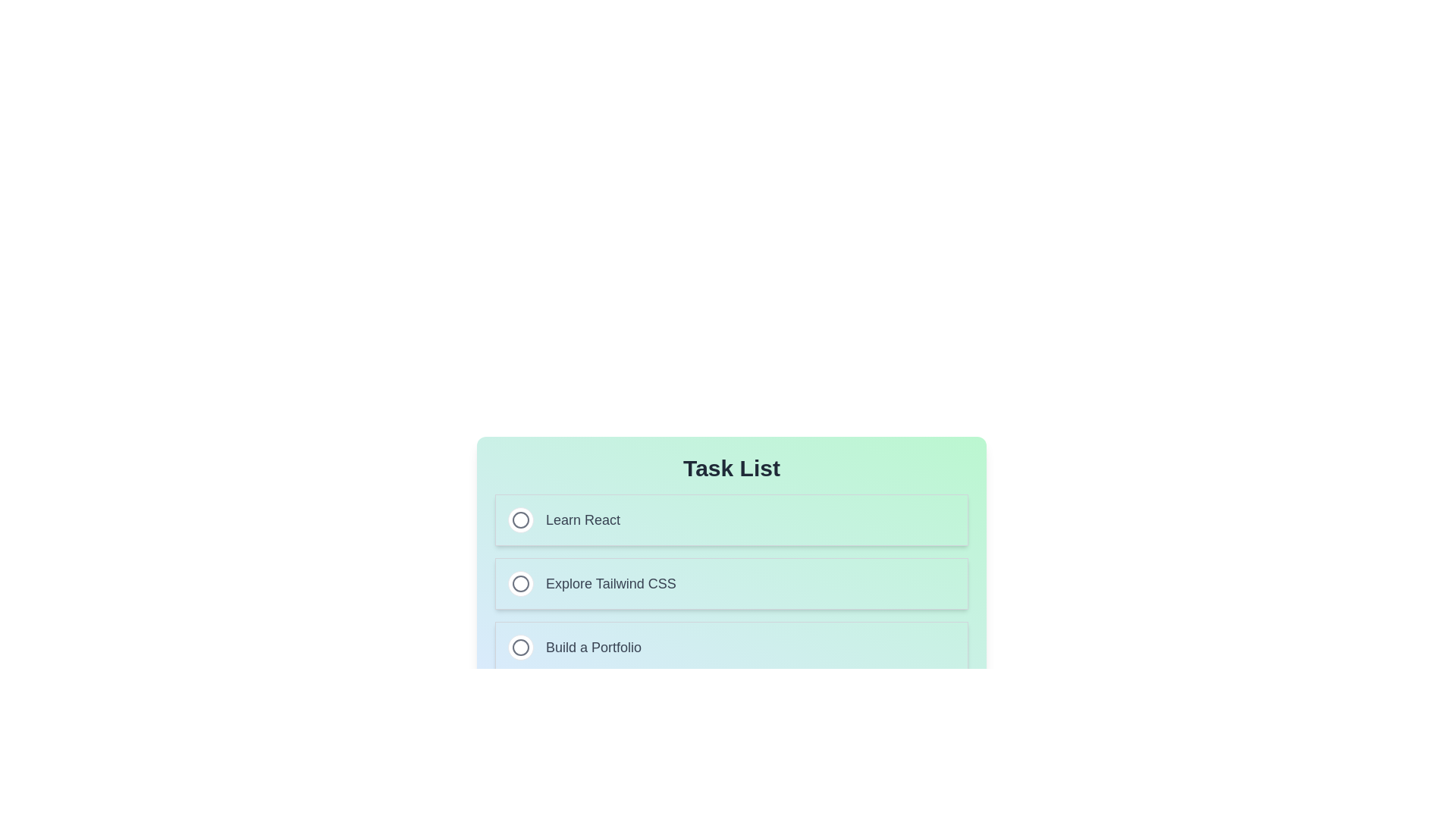 Image resolution: width=1456 pixels, height=819 pixels. What do you see at coordinates (520, 519) in the screenshot?
I see `the circular radio button located to the left of the 'Learn React' list item` at bounding box center [520, 519].